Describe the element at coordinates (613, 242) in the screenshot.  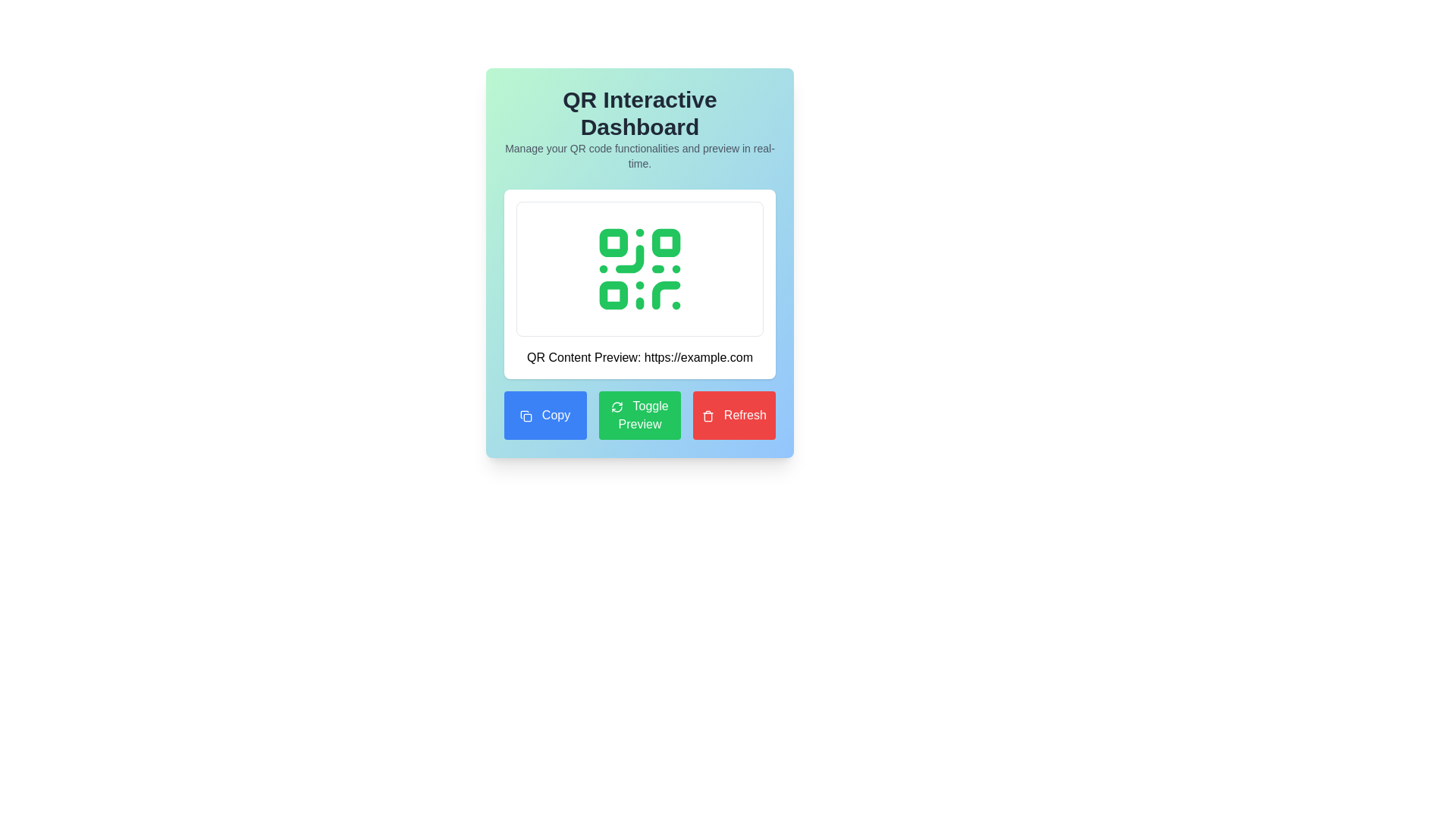
I see `the small green rectangular shape with rounded corners located in the upper-left corner of the QR code graphic` at that location.